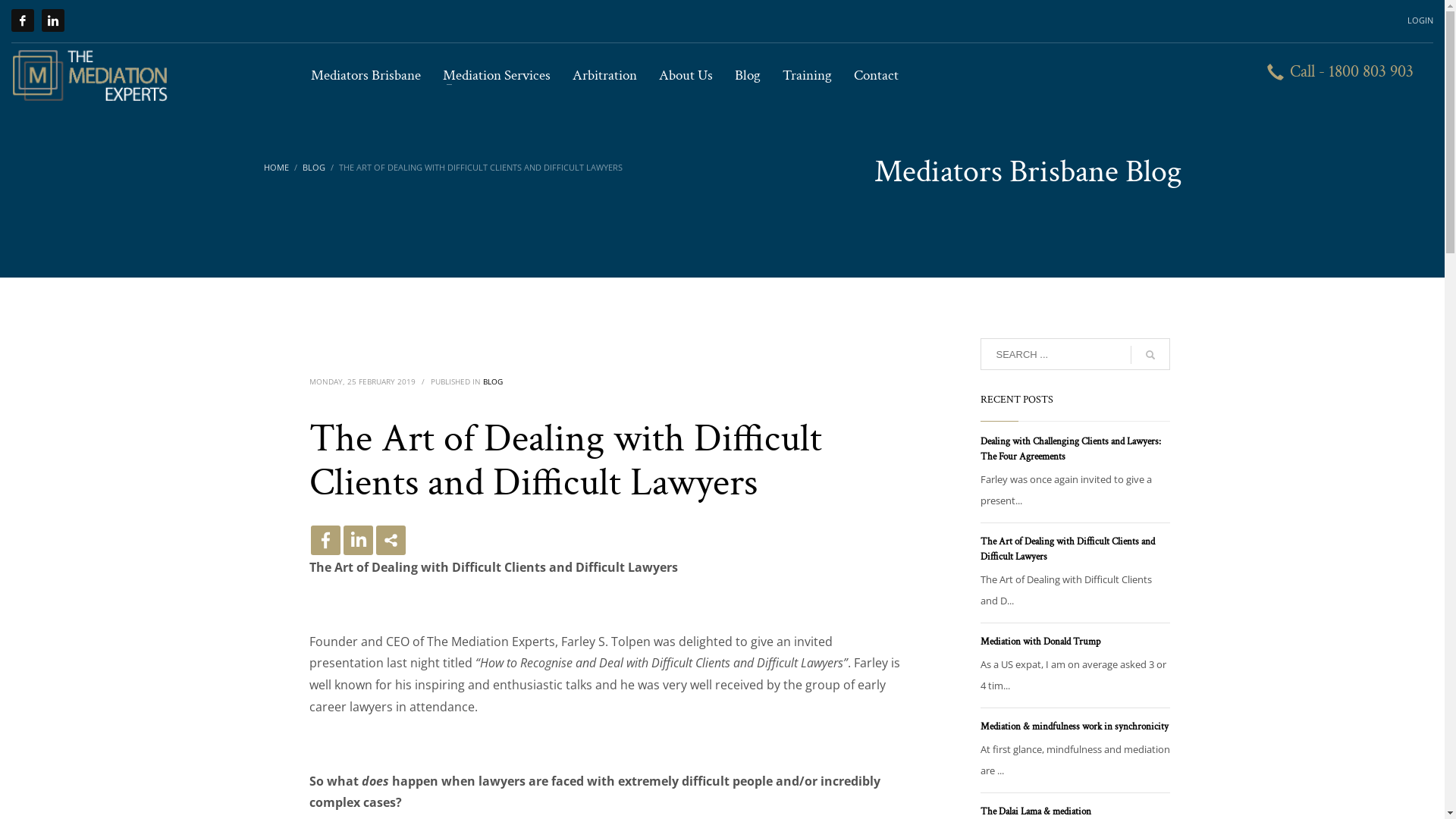 The image size is (1456, 819). I want to click on 'Facebook', so click(325, 539).